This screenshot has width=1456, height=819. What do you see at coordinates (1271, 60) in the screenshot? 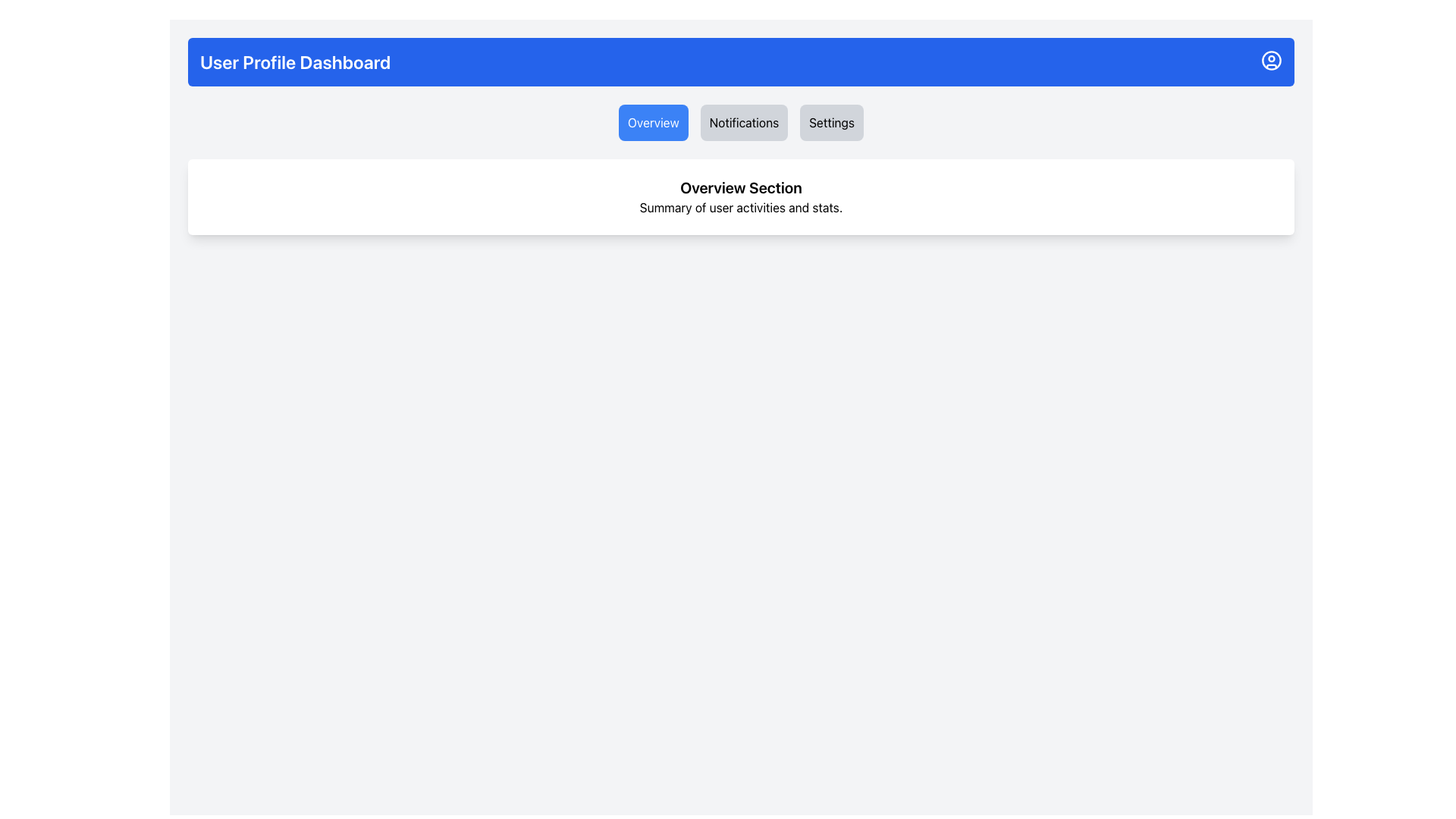
I see `the small circular user profile icon with a blue outline in the top right corner of the 'User Profile Dashboard' header` at bounding box center [1271, 60].